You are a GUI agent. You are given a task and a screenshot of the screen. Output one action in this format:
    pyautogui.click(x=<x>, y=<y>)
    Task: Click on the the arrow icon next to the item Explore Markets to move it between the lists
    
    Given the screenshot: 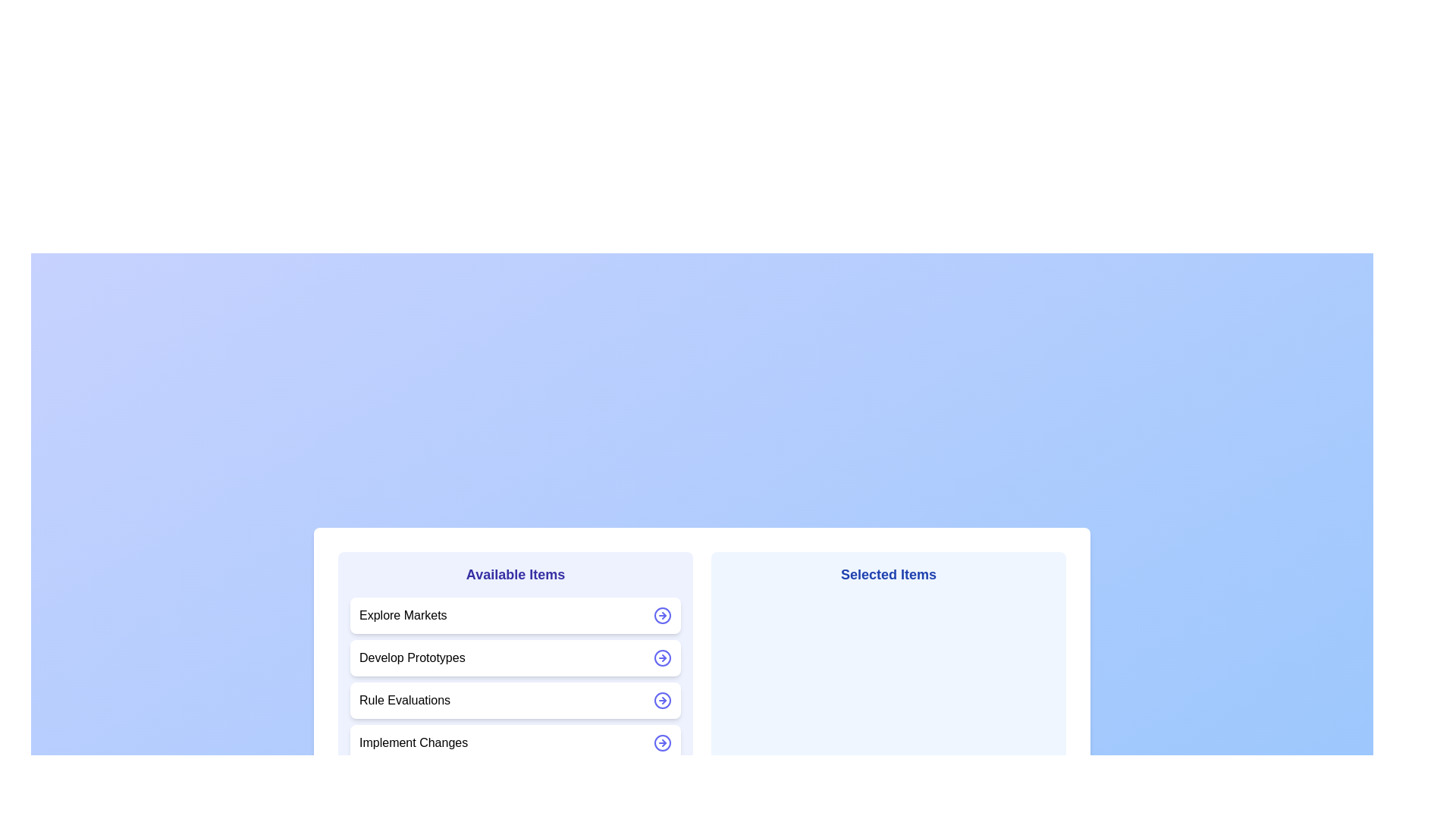 What is the action you would take?
    pyautogui.click(x=662, y=616)
    